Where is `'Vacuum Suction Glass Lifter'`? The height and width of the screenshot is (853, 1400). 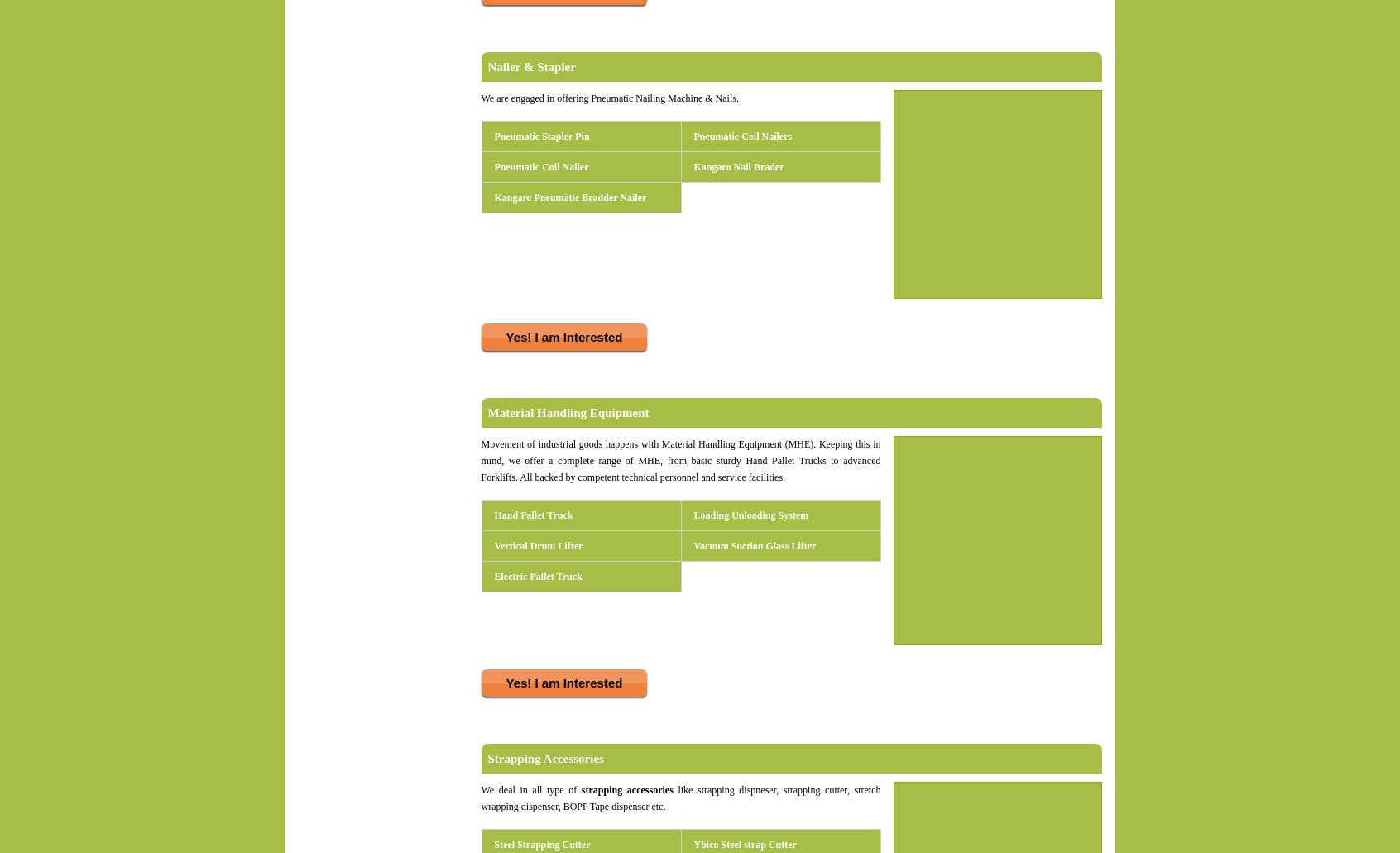
'Vacuum Suction Glass Lifter' is located at coordinates (753, 546).